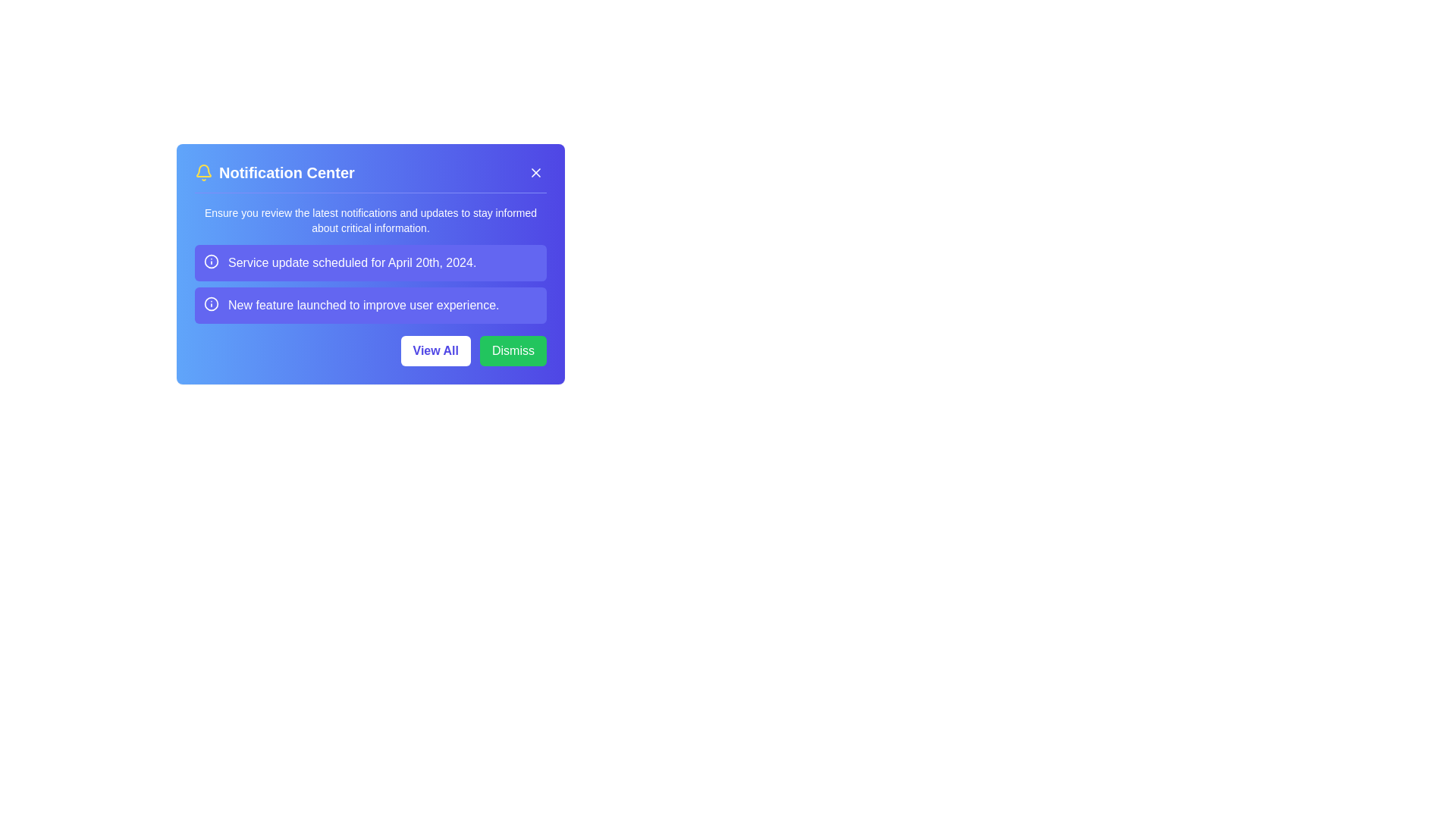 Image resolution: width=1456 pixels, height=819 pixels. What do you see at coordinates (210, 304) in the screenshot?
I see `the circular-shaped icon with a centered 'i' symbol, styled in white on a blue background, located in the Notification Center to the left of the text 'New feature launched to improve user experience.'` at bounding box center [210, 304].